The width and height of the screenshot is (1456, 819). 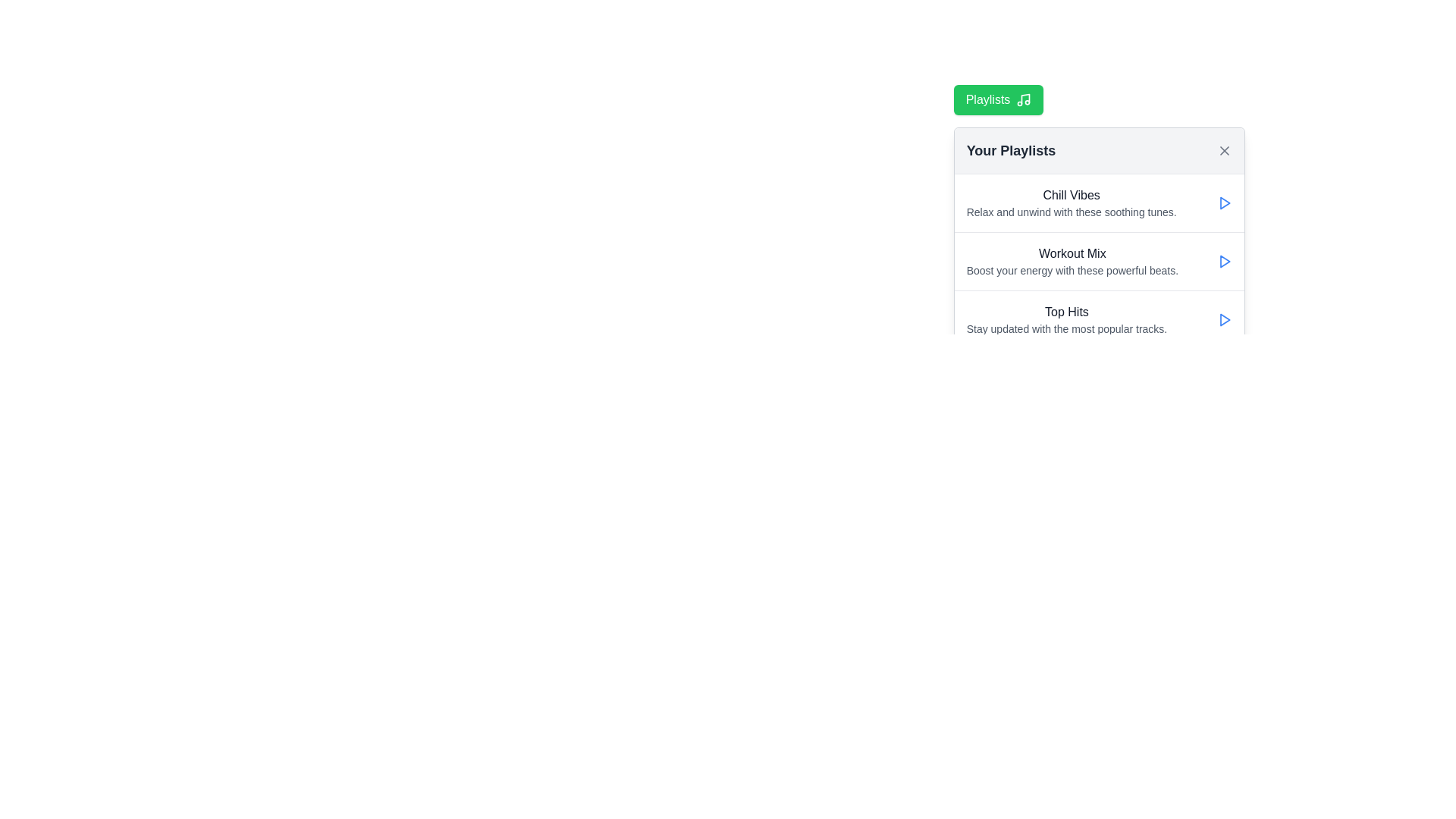 I want to click on the Text Label that describes the 'Workout Mix' playlist, located directly below the title in the second playlist item under 'Your Playlists', so click(x=1072, y=270).